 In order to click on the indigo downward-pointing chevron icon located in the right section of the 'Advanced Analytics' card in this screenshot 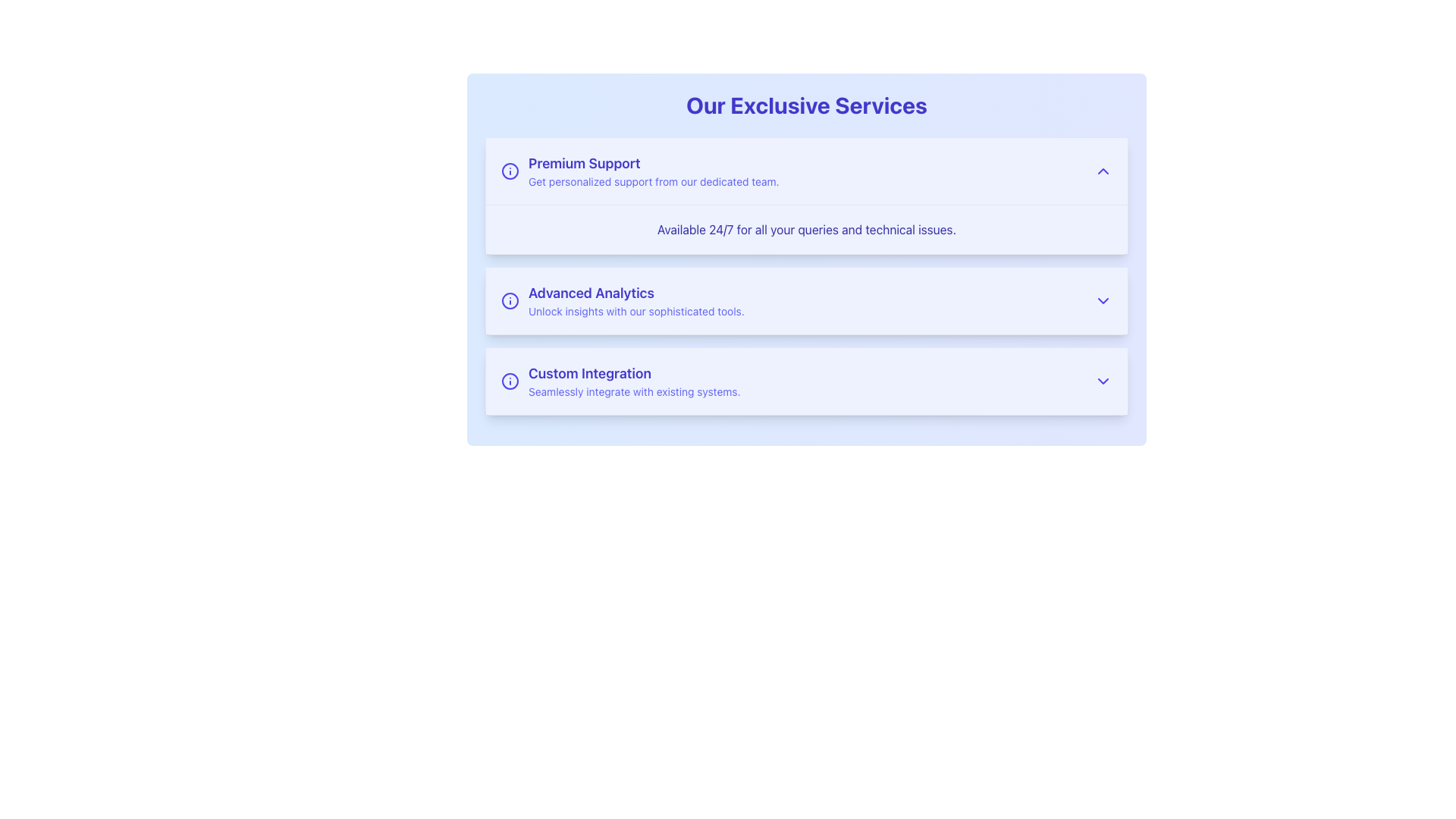, I will do `click(1103, 301)`.